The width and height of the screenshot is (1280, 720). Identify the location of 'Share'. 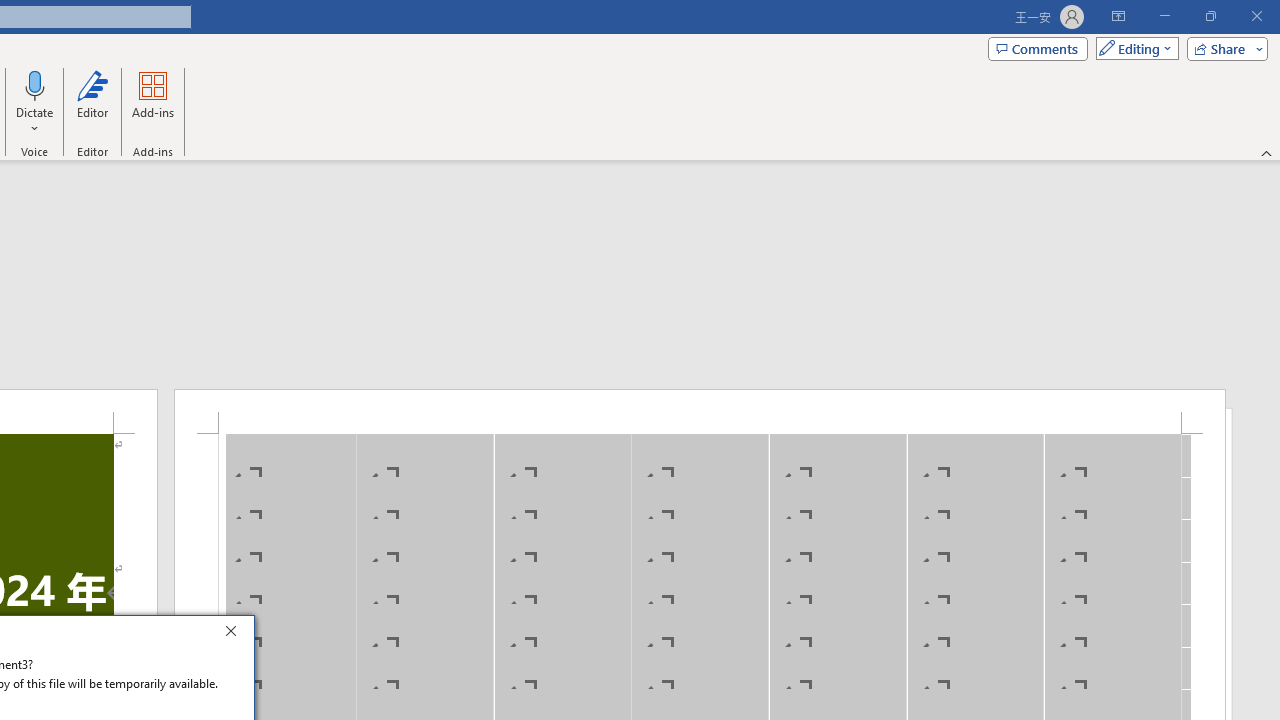
(1222, 47).